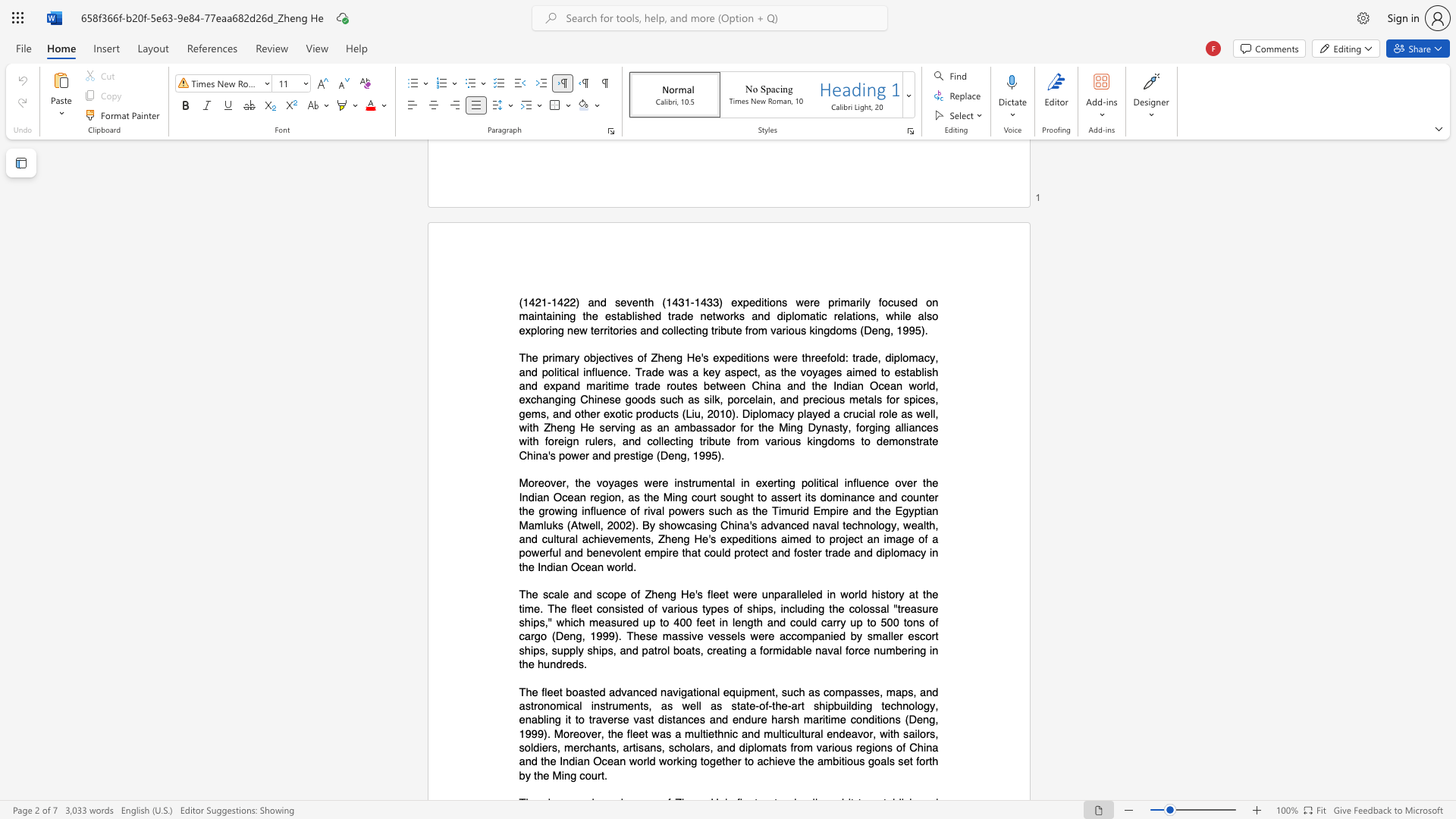  I want to click on the space between the continuous character "e" and "l" in the text, so click(694, 705).